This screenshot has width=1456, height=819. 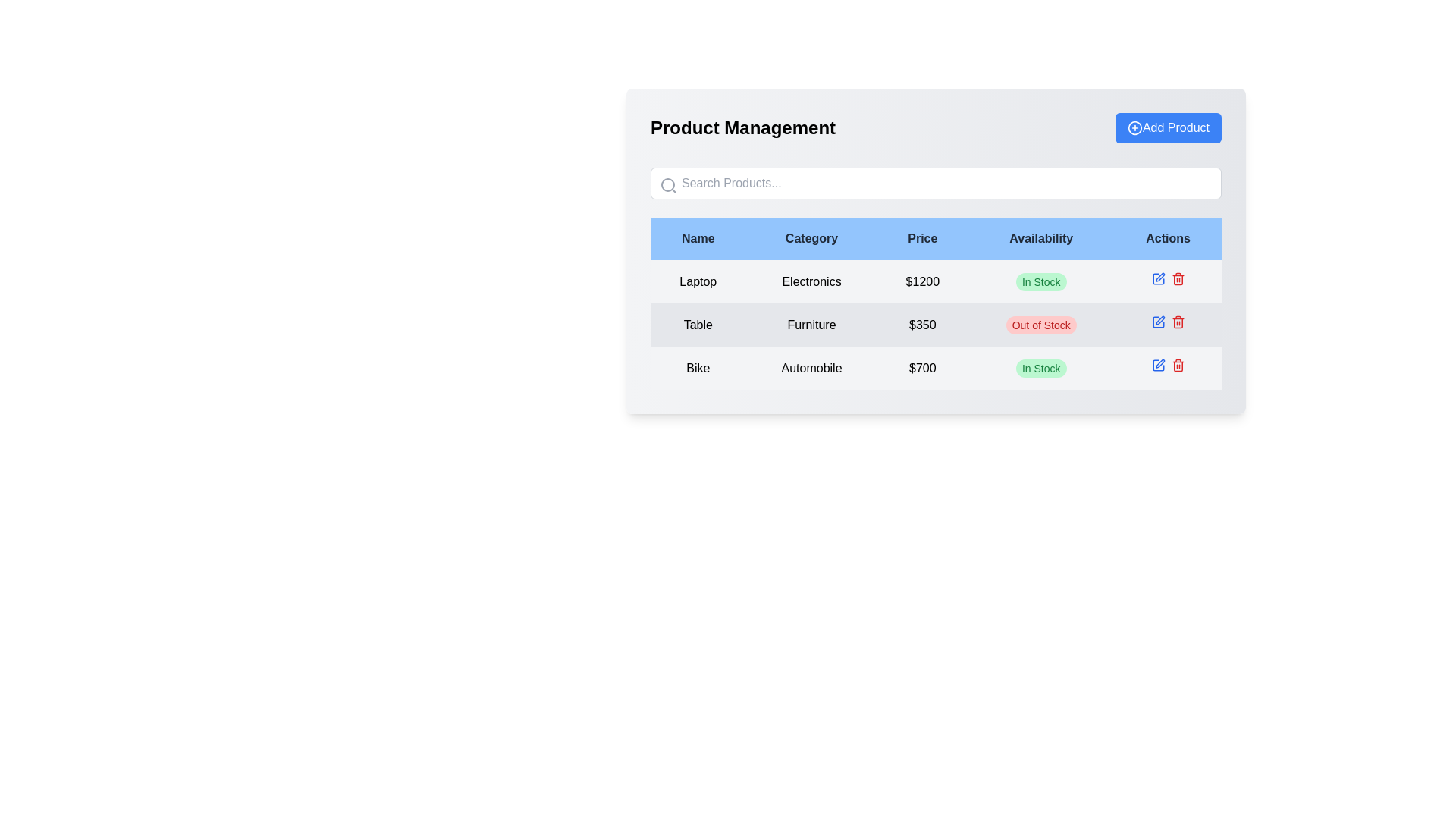 I want to click on the delete icon located in the 'Actions' column of the product management table, specifically the third item in the row for 'Table' product, so click(x=1177, y=321).